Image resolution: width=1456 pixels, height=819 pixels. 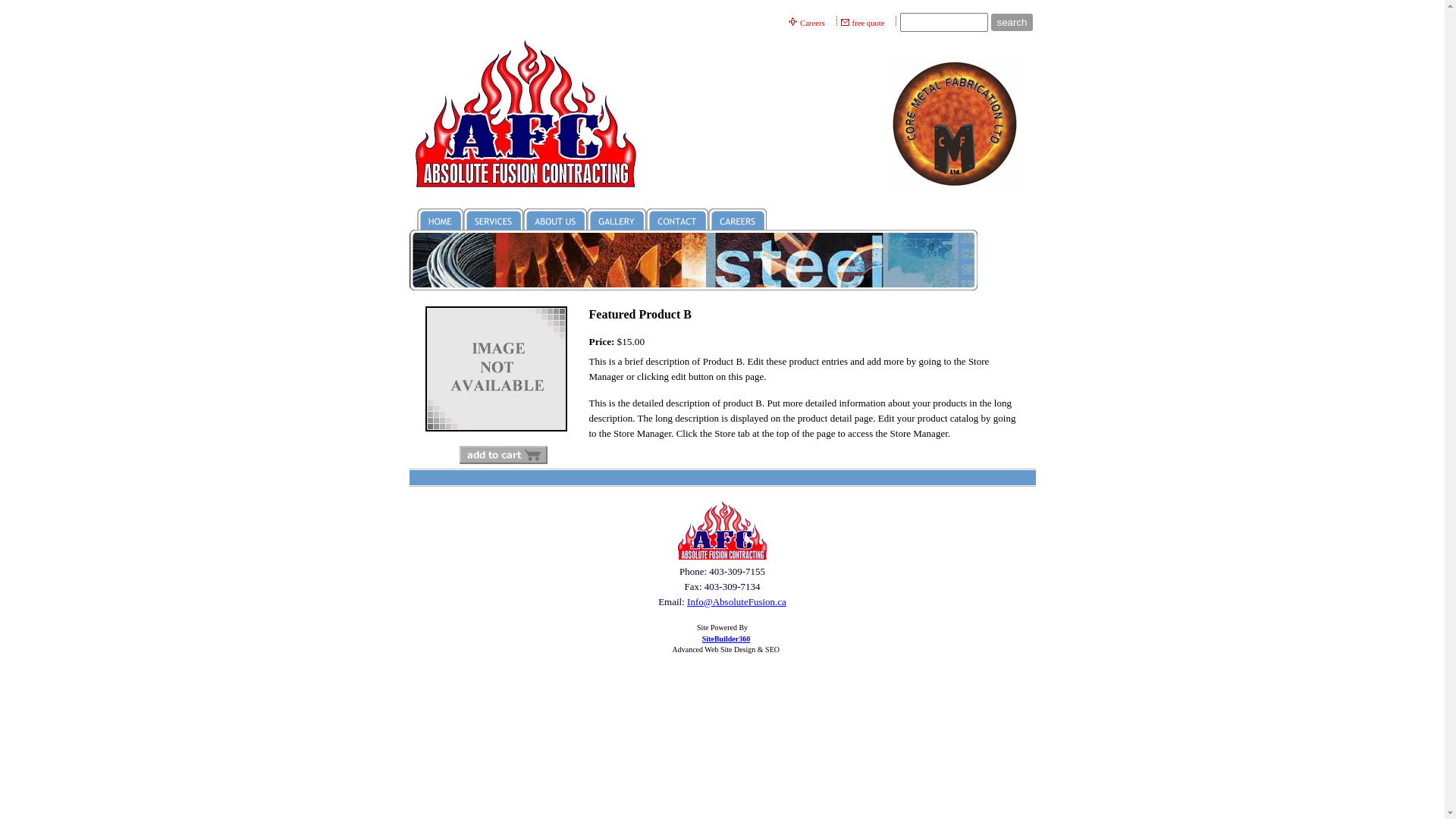 What do you see at coordinates (812, 23) in the screenshot?
I see `'Careers'` at bounding box center [812, 23].